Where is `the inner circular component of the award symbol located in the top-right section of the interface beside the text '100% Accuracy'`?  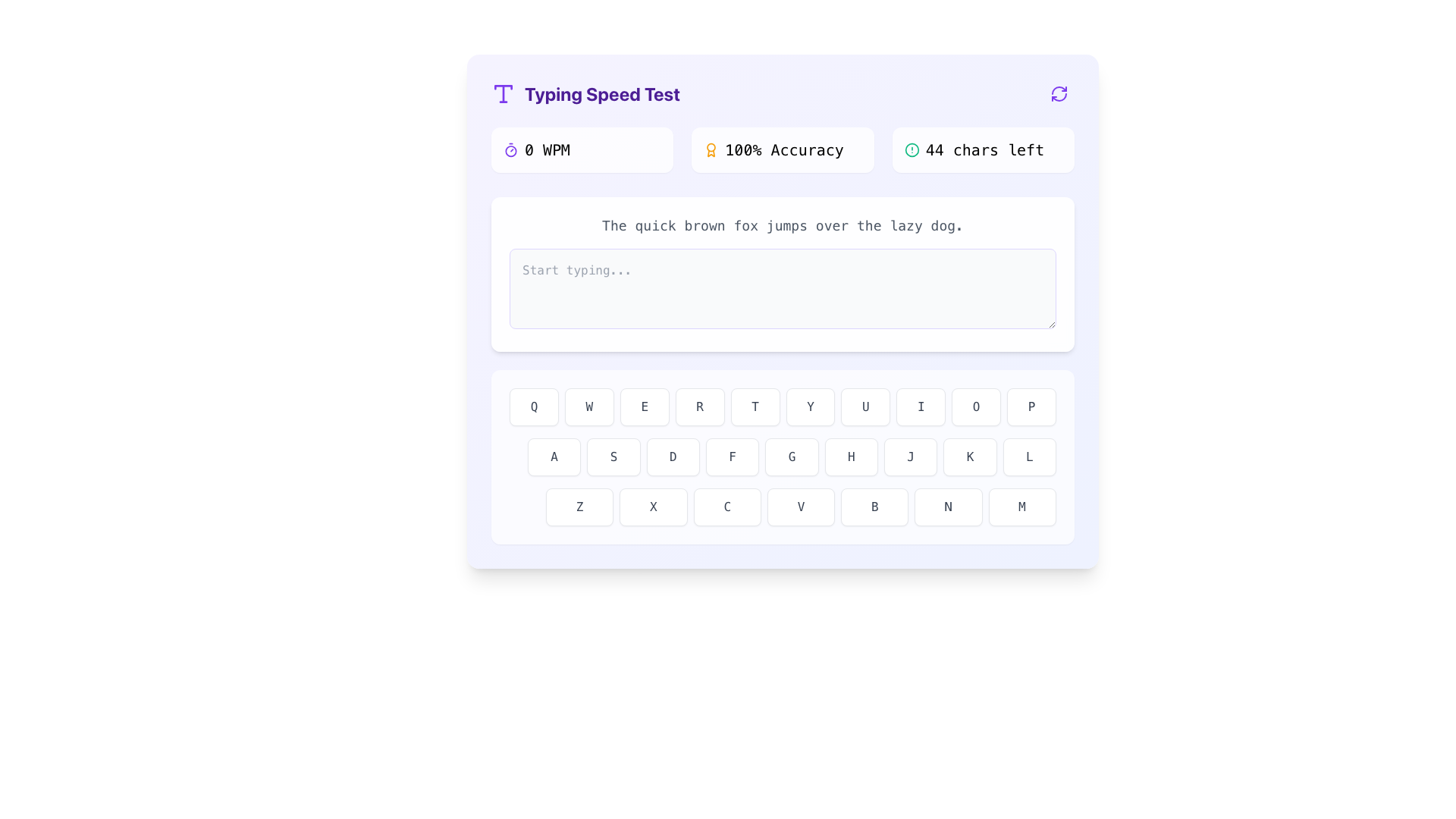
the inner circular component of the award symbol located in the top-right section of the interface beside the text '100% Accuracy' is located at coordinates (711, 147).